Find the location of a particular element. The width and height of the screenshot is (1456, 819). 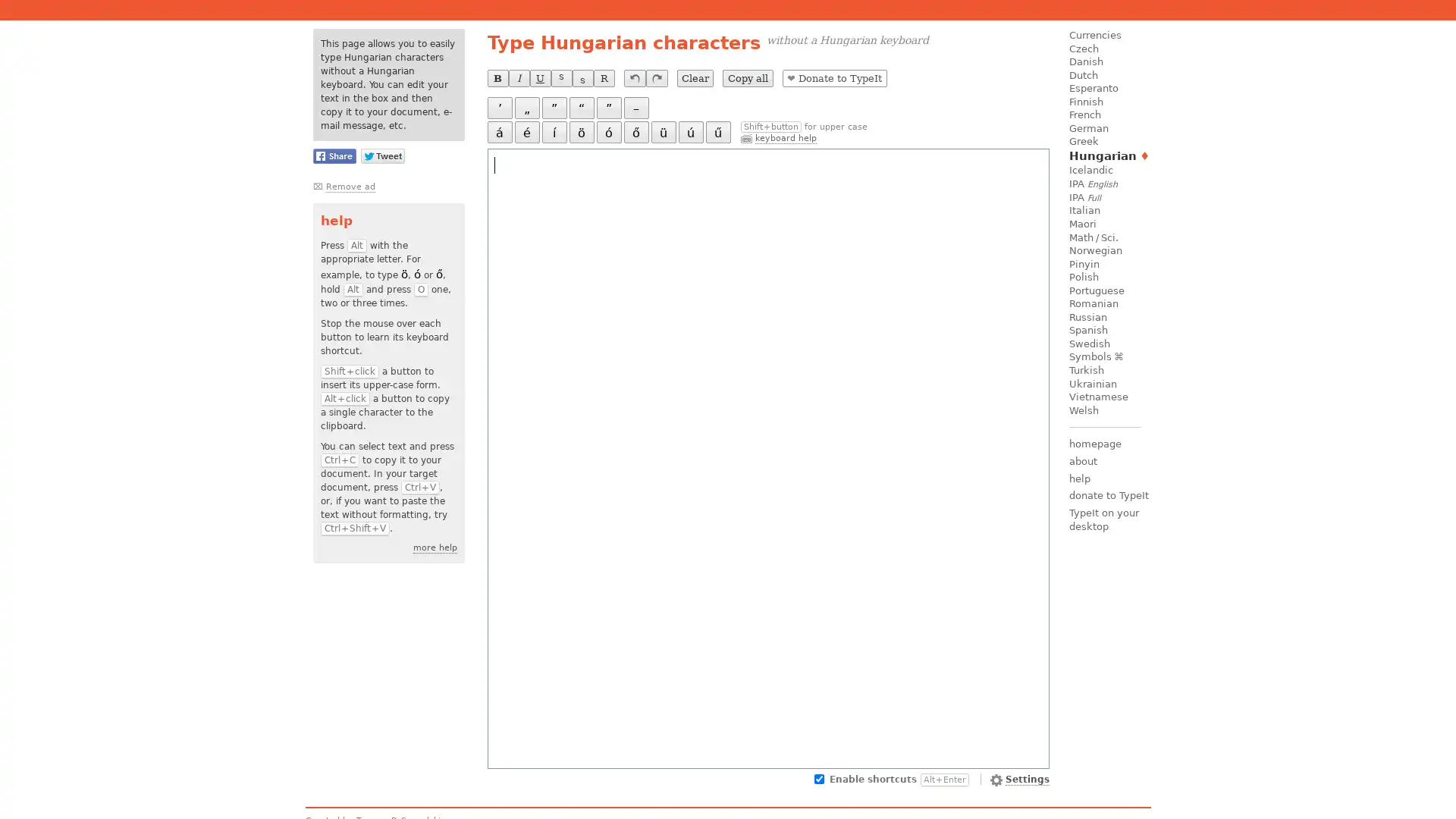

undo last operation (Ctrl+Z) is located at coordinates (634, 78).